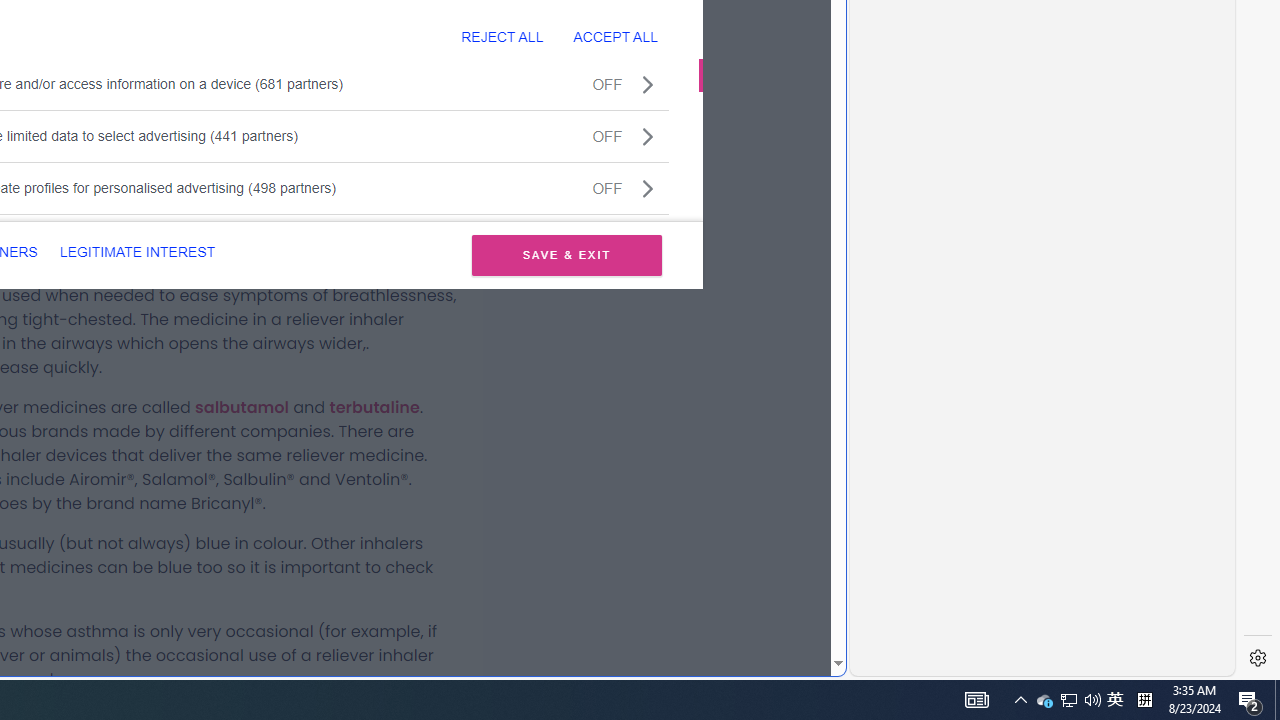 This screenshot has width=1280, height=720. What do you see at coordinates (614, 36) in the screenshot?
I see `'ACCEPT ALL'` at bounding box center [614, 36].